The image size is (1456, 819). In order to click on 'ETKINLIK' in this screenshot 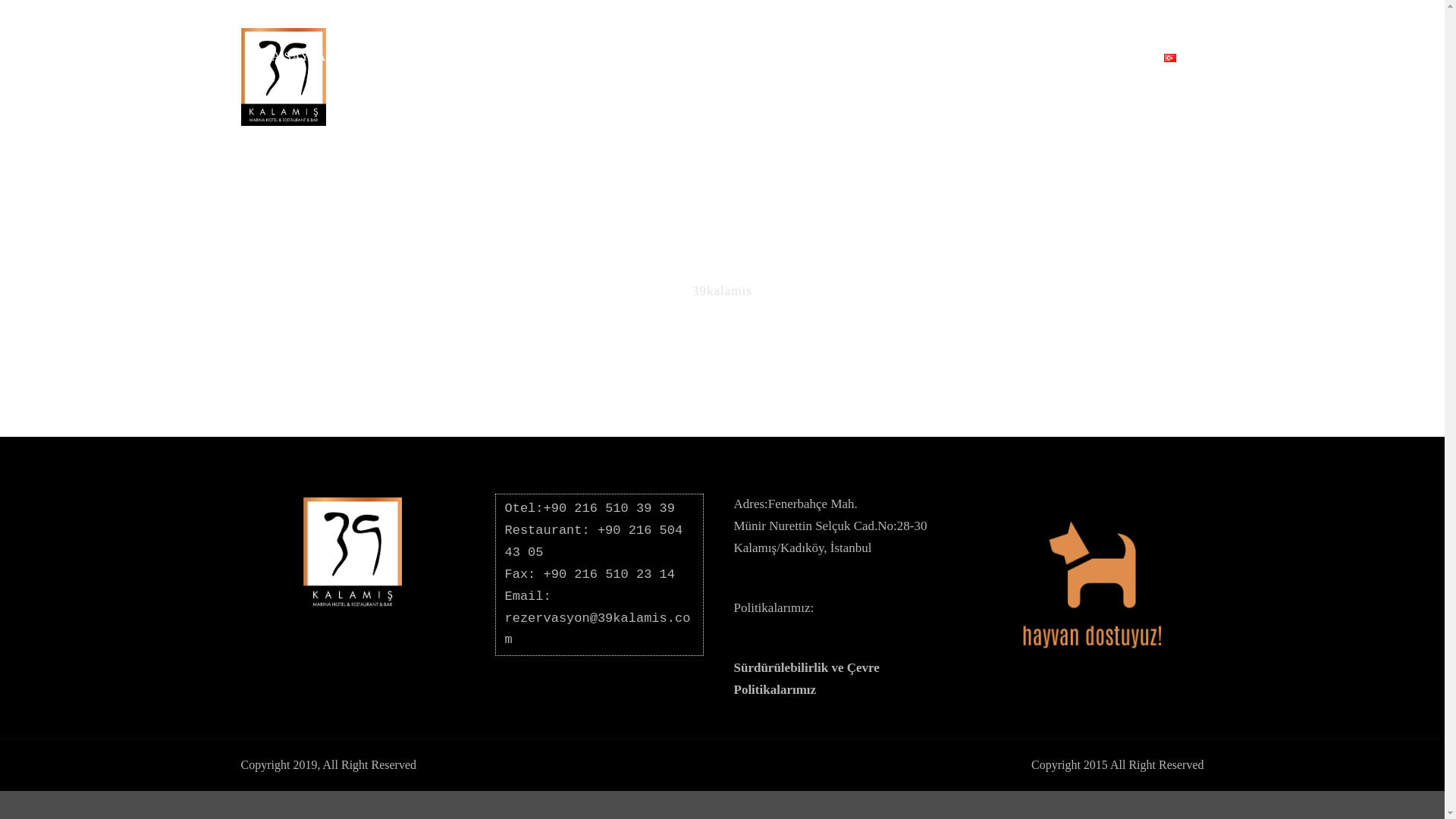, I will do `click(797, 65)`.